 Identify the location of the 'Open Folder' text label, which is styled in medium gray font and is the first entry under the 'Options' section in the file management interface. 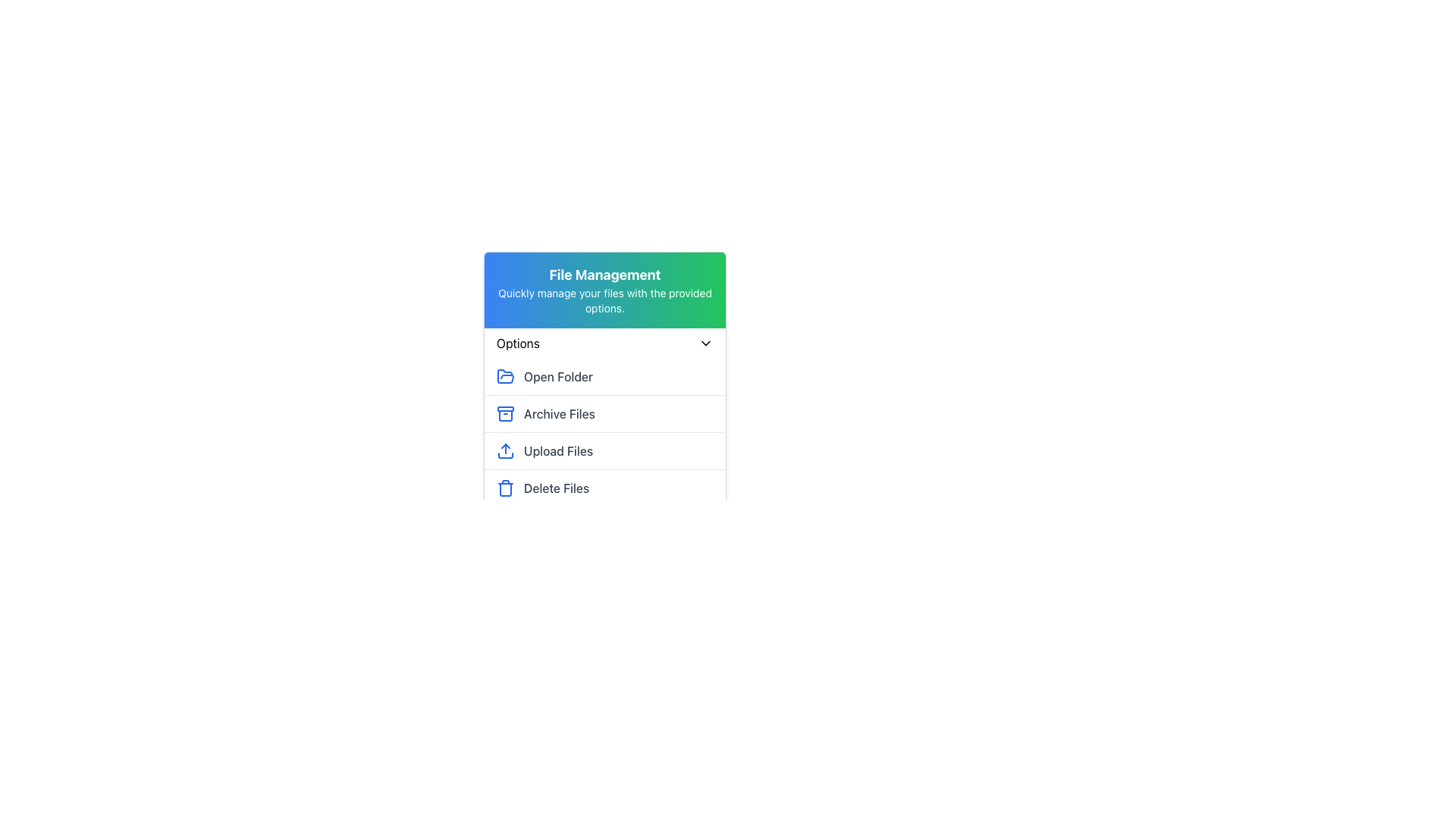
(557, 376).